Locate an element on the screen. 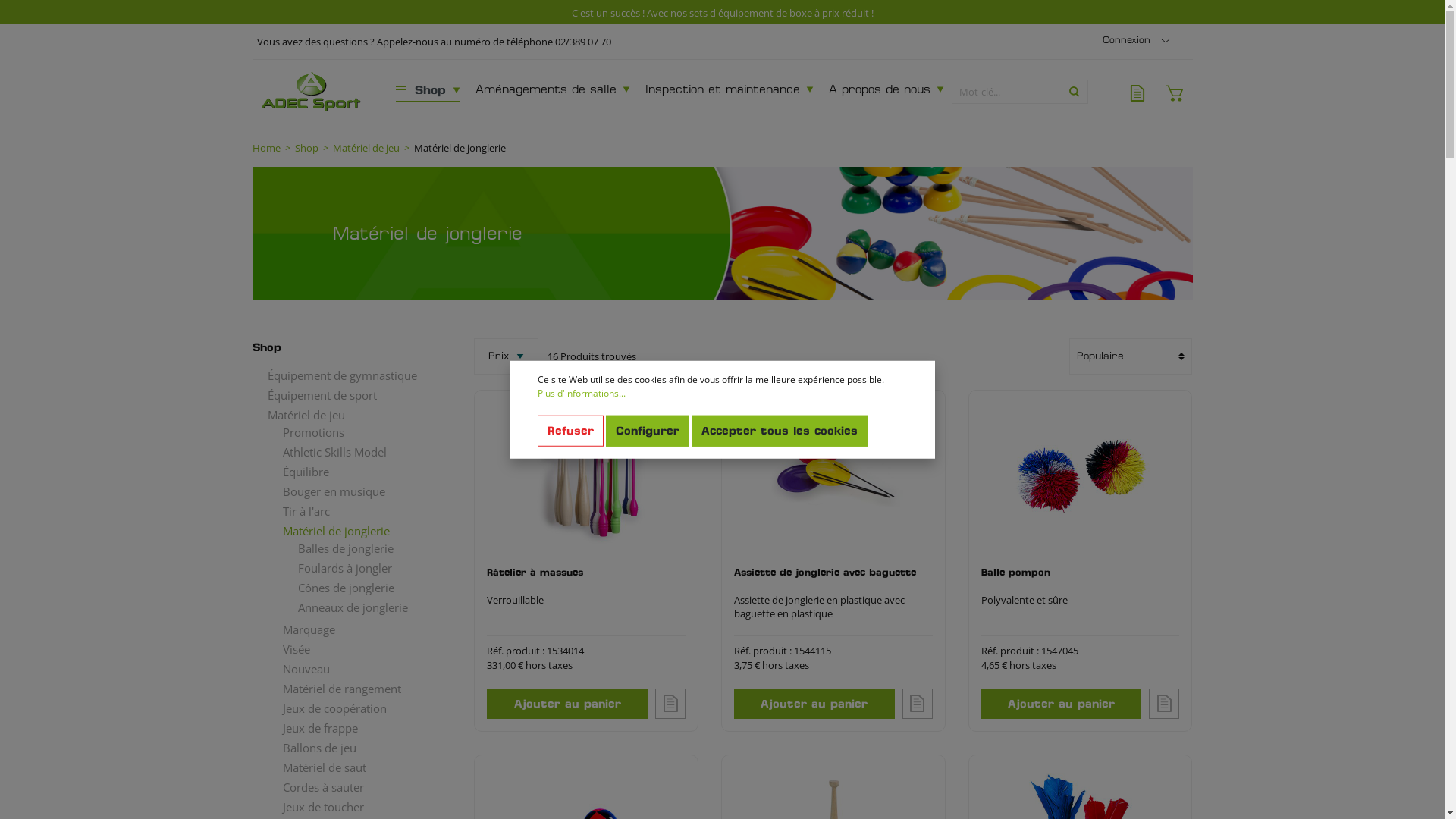 The image size is (1456, 819). 'Bouger en musique' is located at coordinates (354, 491).